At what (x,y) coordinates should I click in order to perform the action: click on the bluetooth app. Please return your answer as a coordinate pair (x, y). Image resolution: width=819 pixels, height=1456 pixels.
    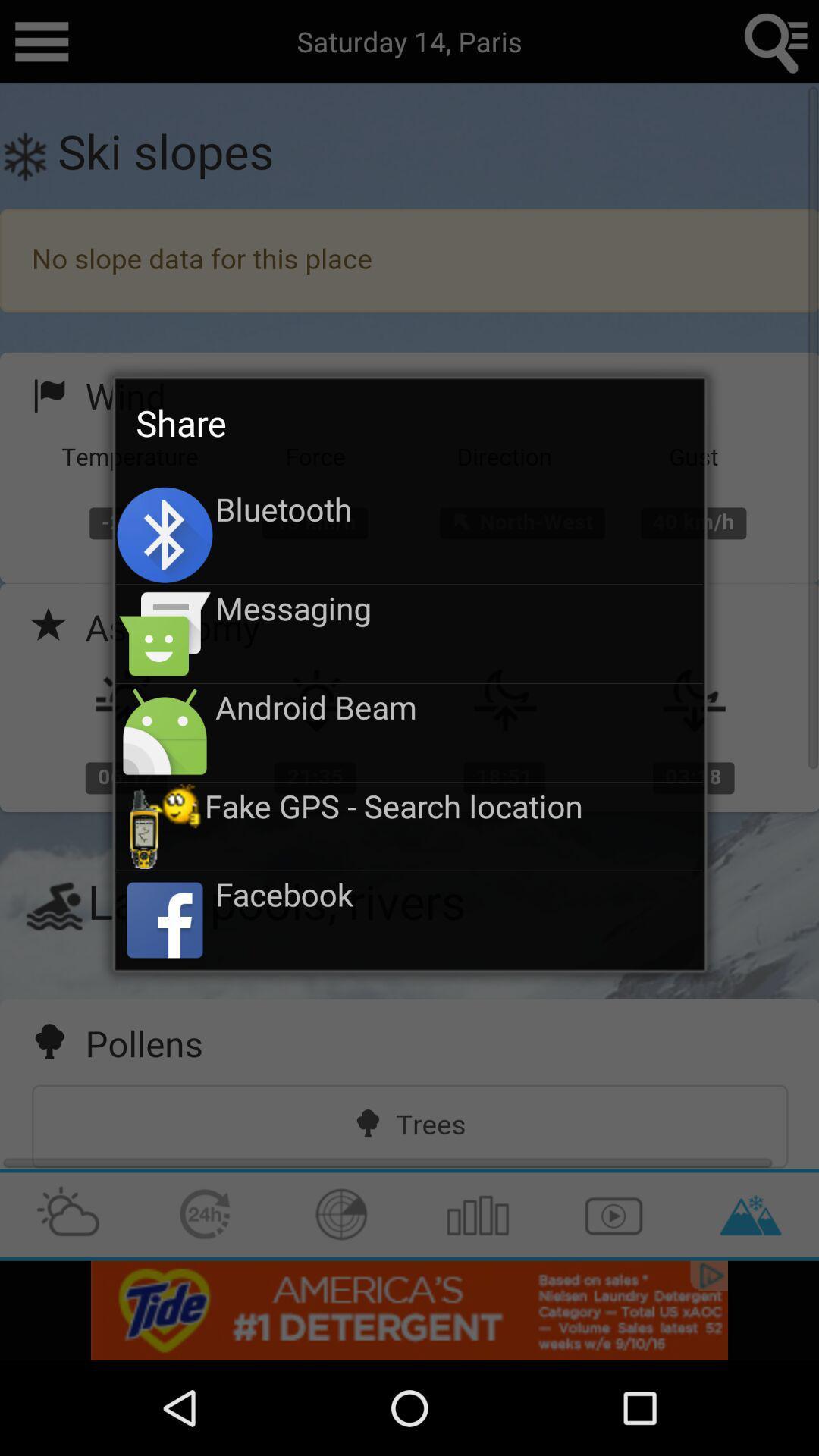
    Looking at the image, I should click on (458, 509).